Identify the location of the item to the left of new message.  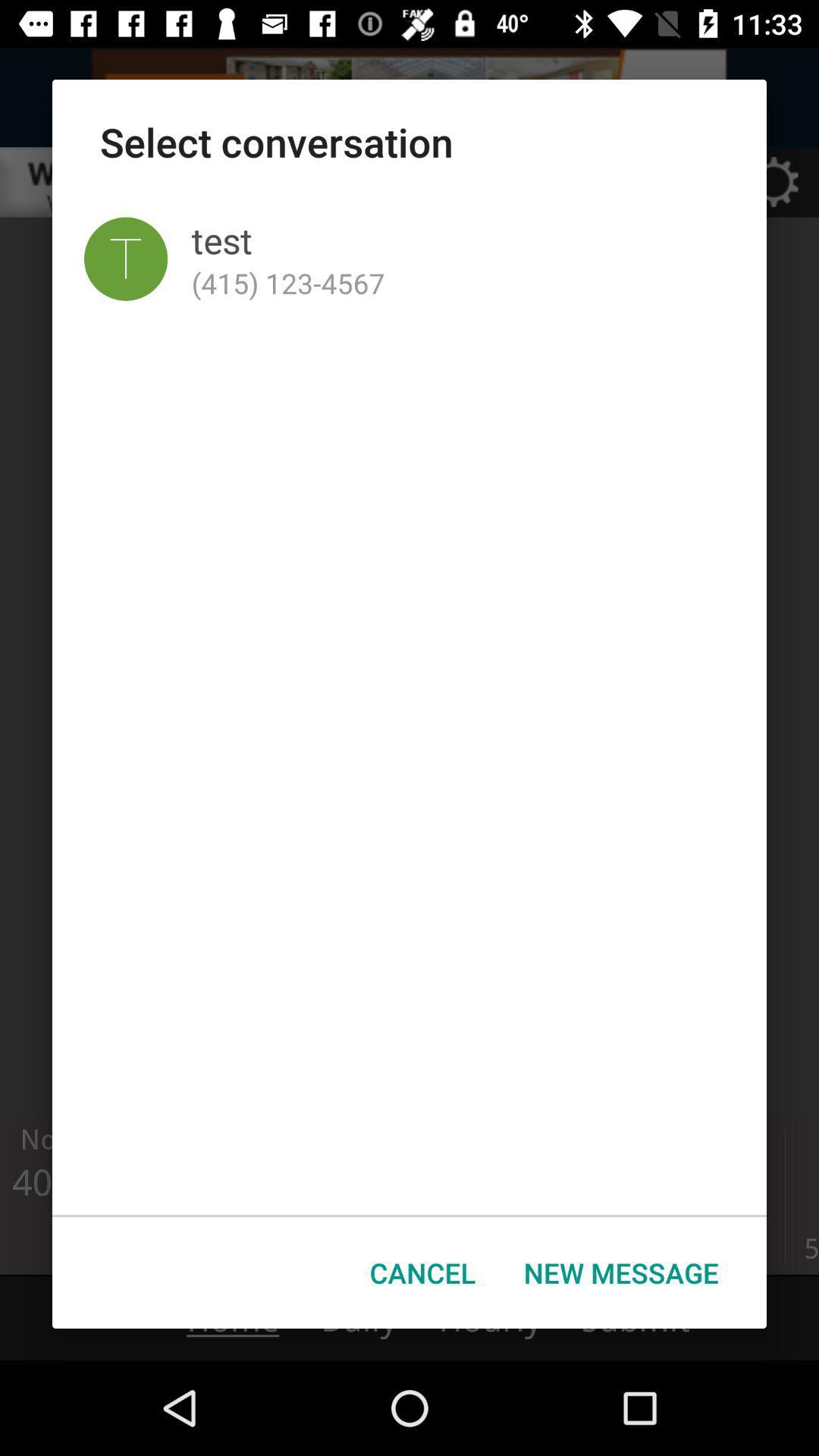
(422, 1272).